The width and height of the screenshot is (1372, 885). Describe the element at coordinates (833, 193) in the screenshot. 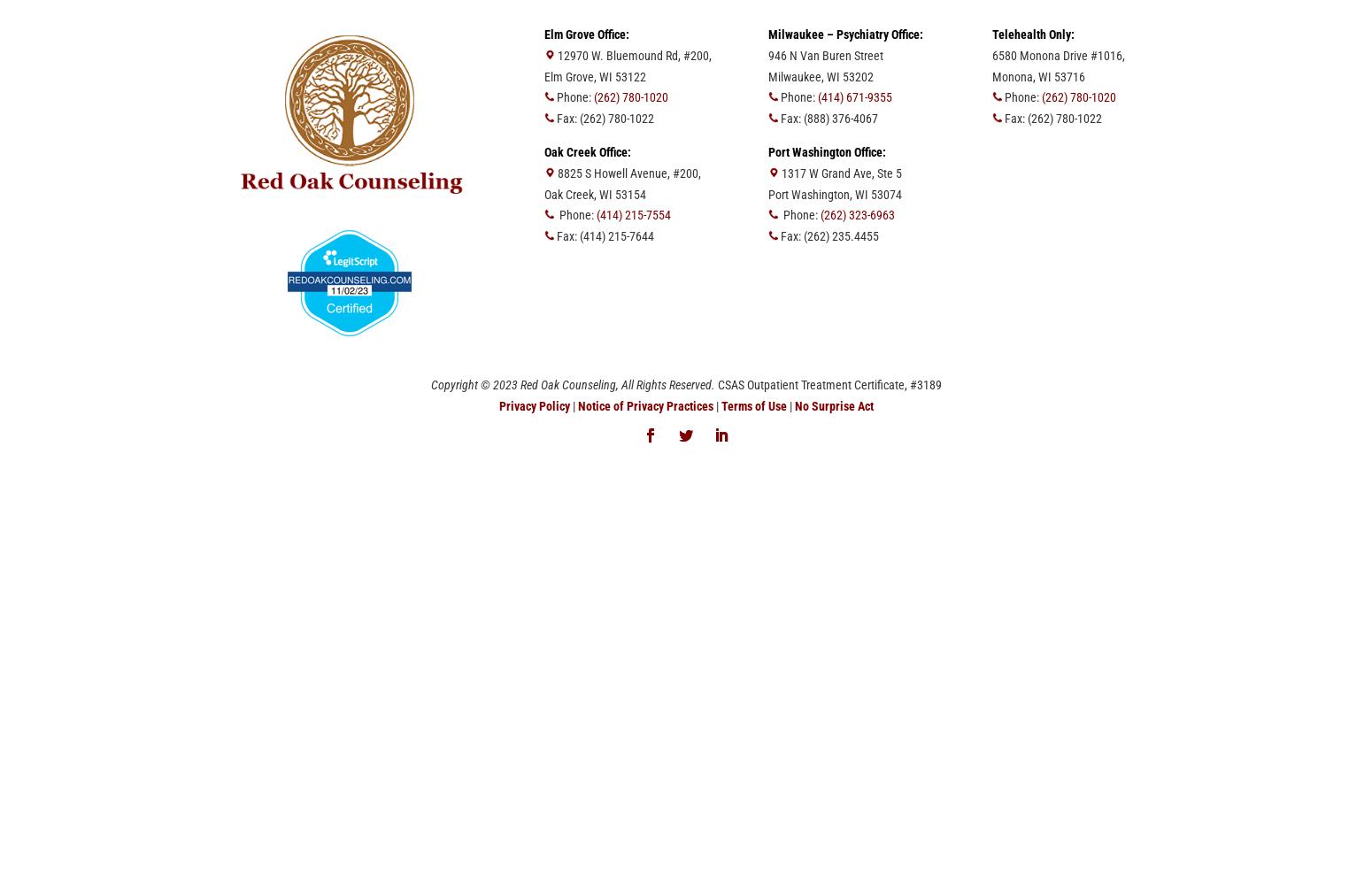

I see `'Port Washington, WI 53074'` at that location.